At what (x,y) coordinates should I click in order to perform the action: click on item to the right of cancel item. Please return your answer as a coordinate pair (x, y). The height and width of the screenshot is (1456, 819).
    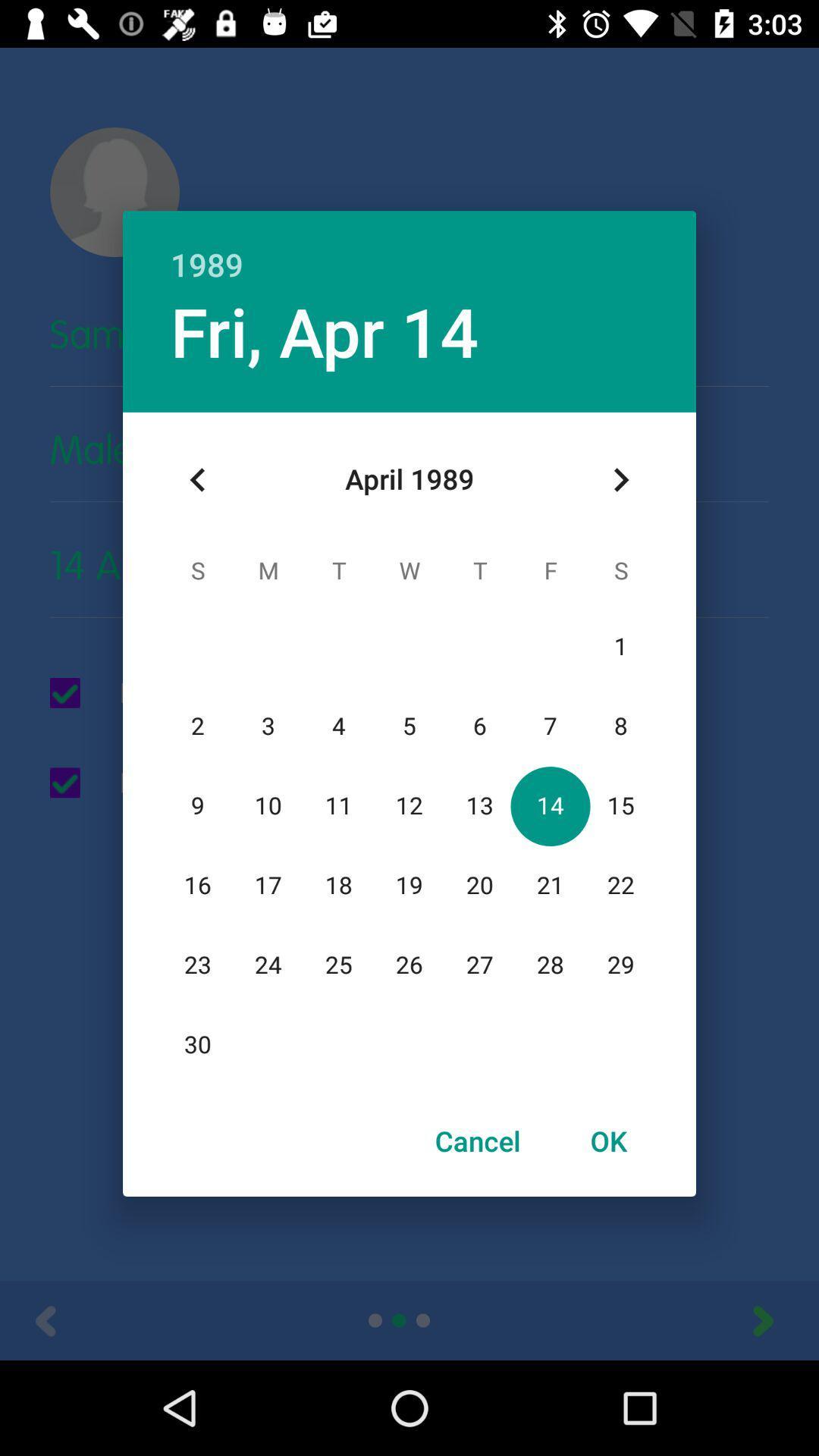
    Looking at the image, I should click on (607, 1141).